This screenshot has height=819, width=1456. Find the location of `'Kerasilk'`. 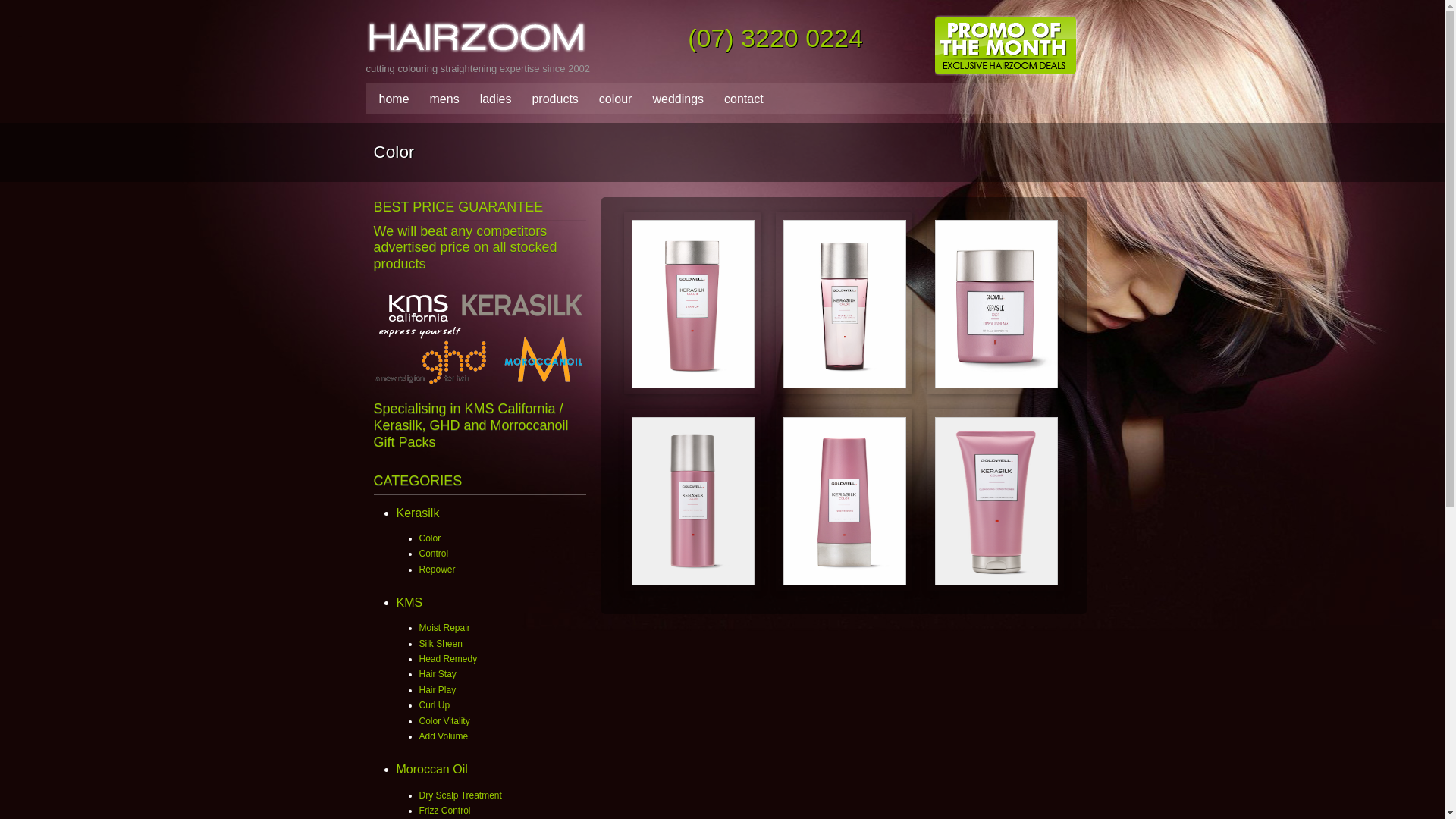

'Kerasilk' is located at coordinates (417, 512).